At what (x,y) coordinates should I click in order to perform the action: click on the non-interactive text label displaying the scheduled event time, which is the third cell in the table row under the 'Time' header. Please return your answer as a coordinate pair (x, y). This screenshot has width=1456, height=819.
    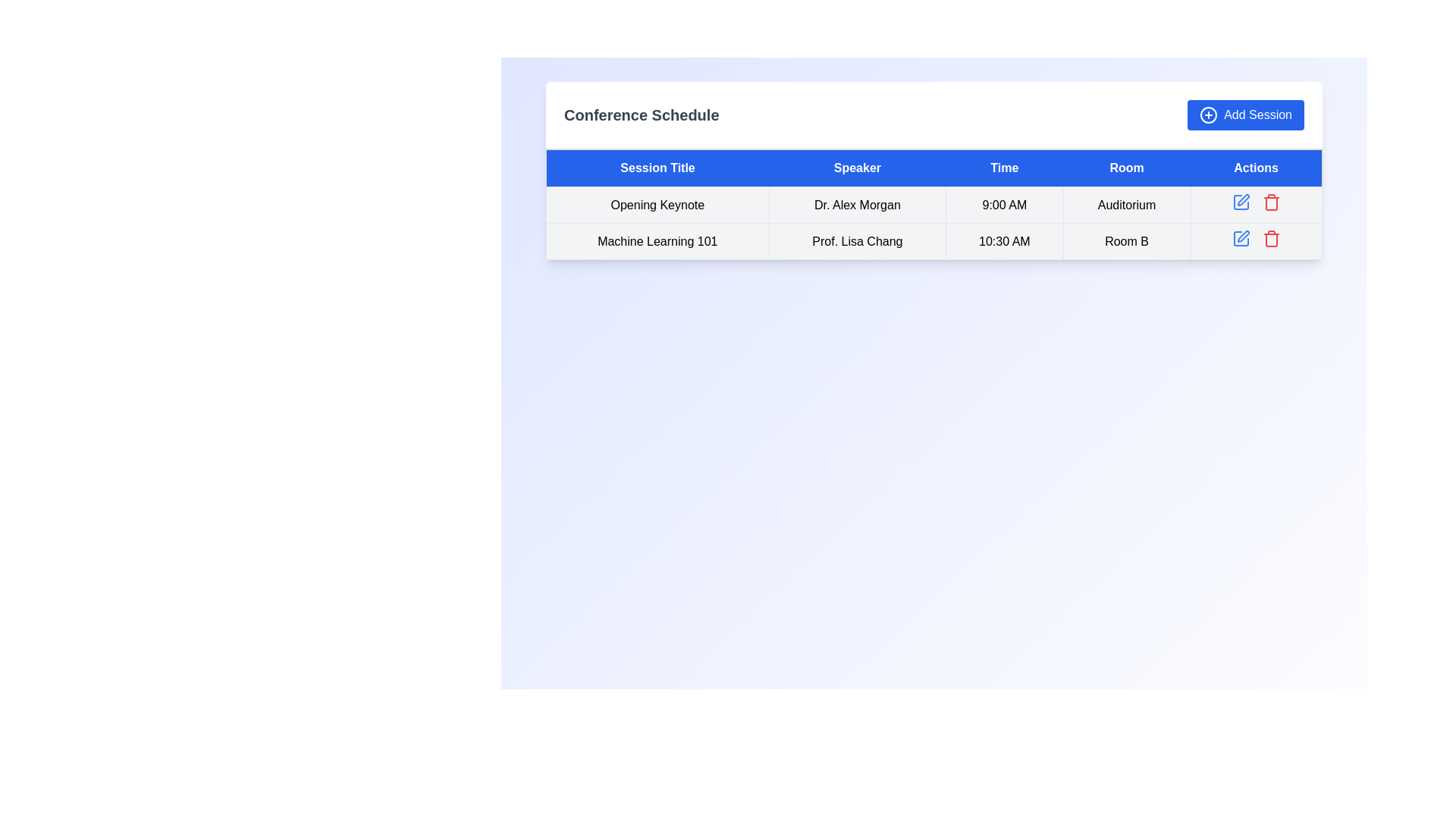
    Looking at the image, I should click on (1004, 205).